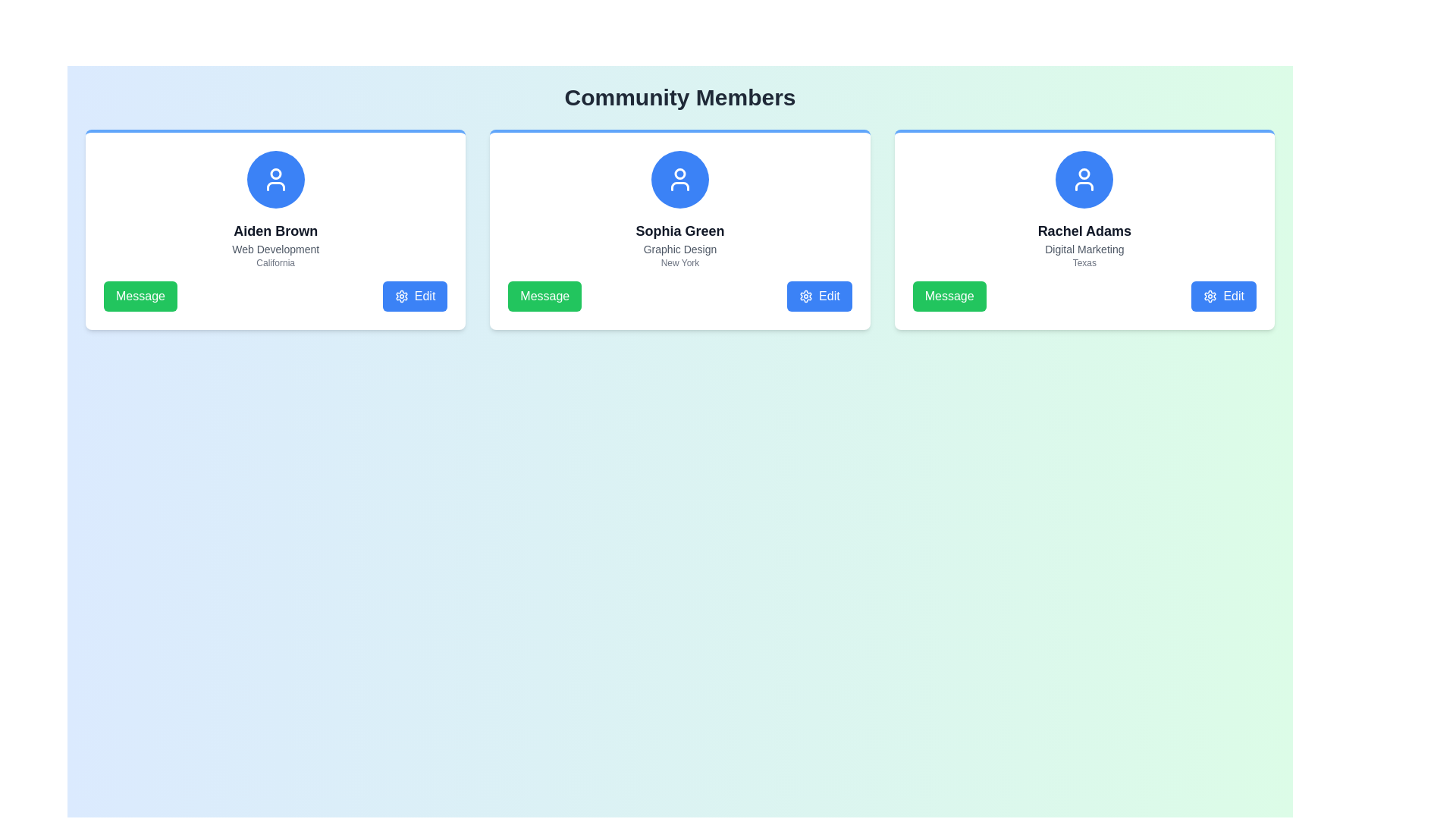 The image size is (1456, 819). Describe the element at coordinates (1084, 178) in the screenshot. I see `the user account SVG icon located at the top-center of the card for 'Rachel Adams', characterized by a white icon on a blue circular background` at that location.